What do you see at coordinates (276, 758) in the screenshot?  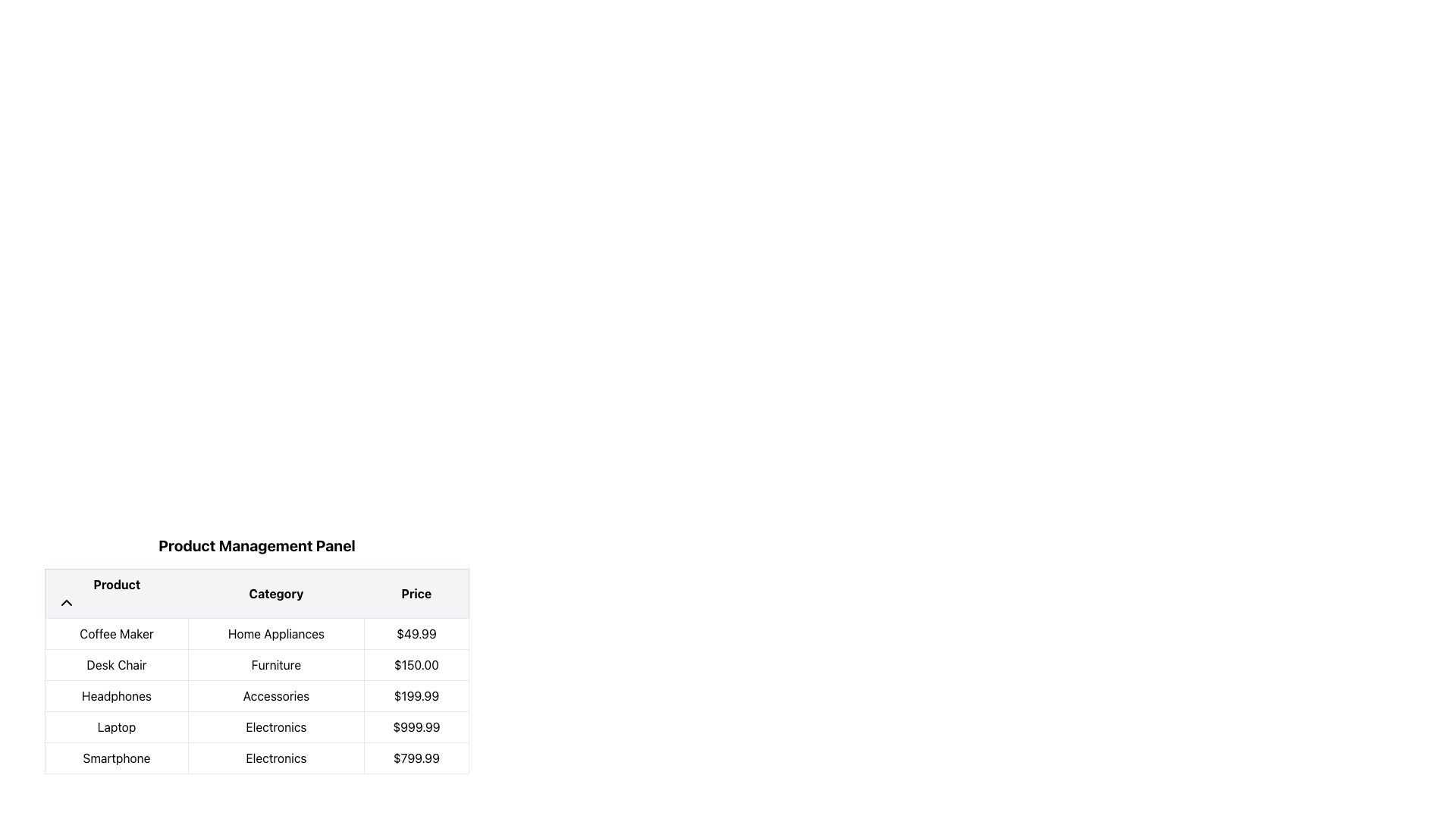 I see `the Text Label displaying the category for the listed product 'Smartphone' in the last row of the table` at bounding box center [276, 758].